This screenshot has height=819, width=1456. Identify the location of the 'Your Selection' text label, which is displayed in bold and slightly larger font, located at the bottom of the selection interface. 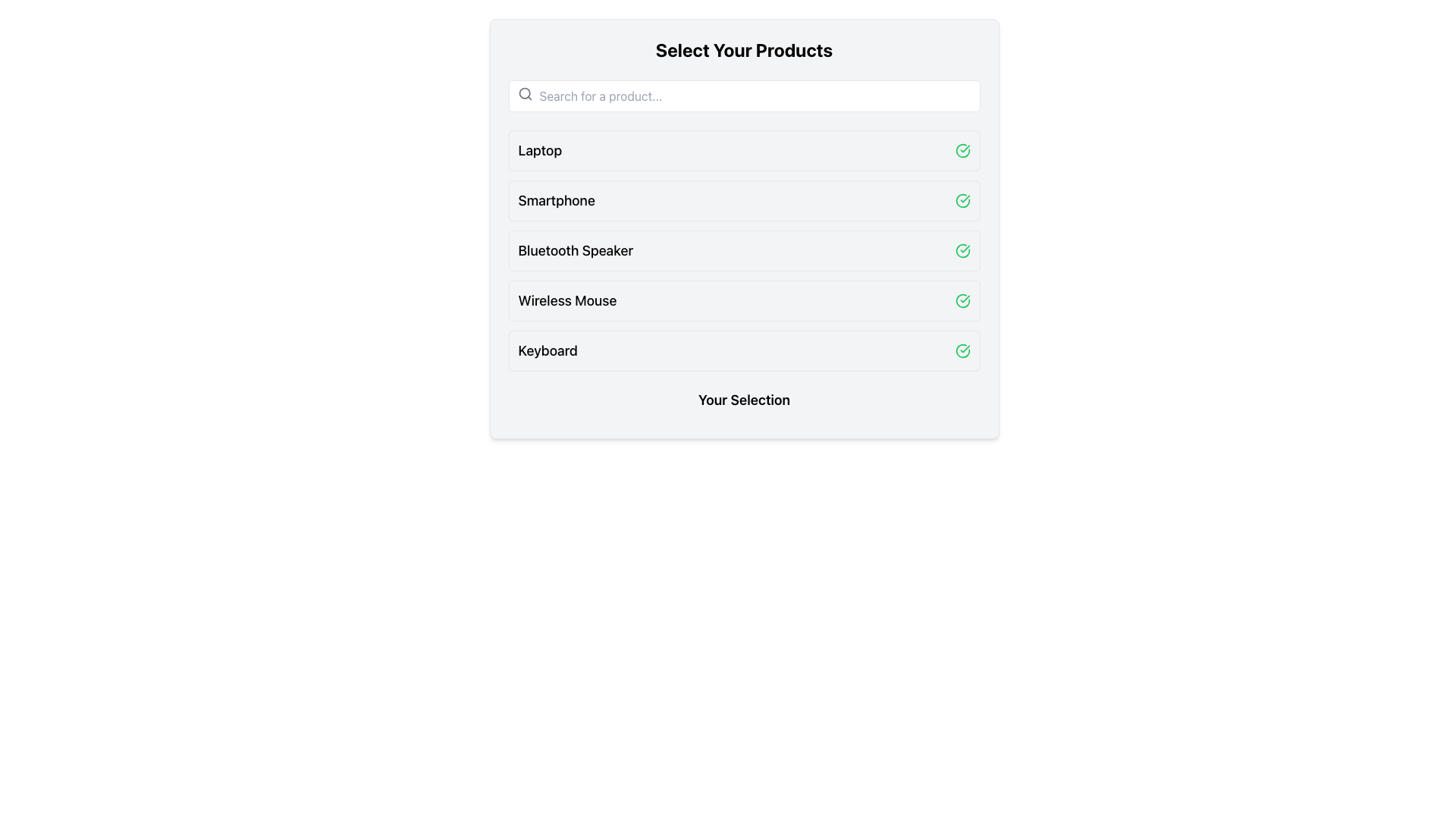
(744, 400).